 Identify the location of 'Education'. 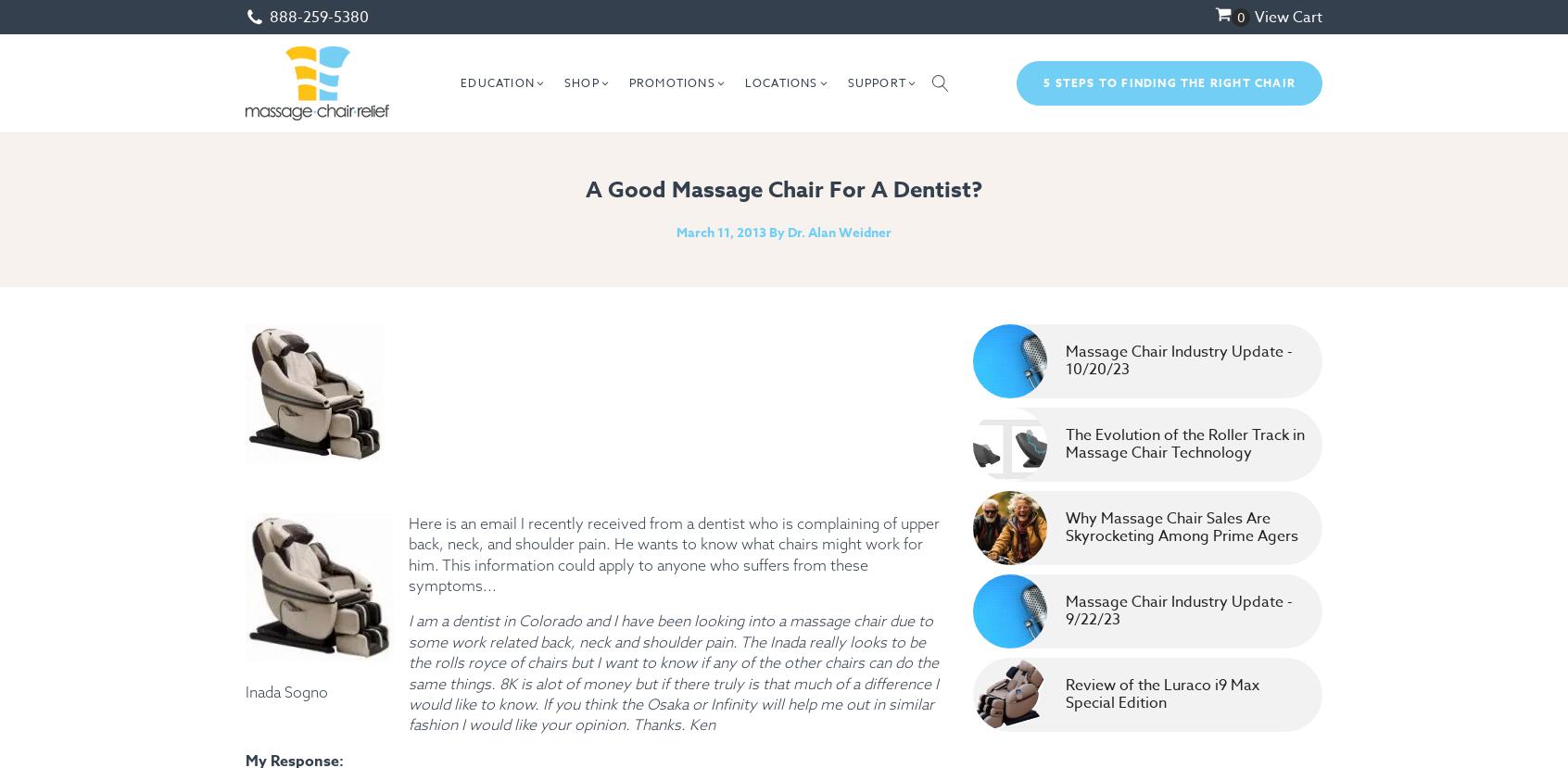
(460, 82).